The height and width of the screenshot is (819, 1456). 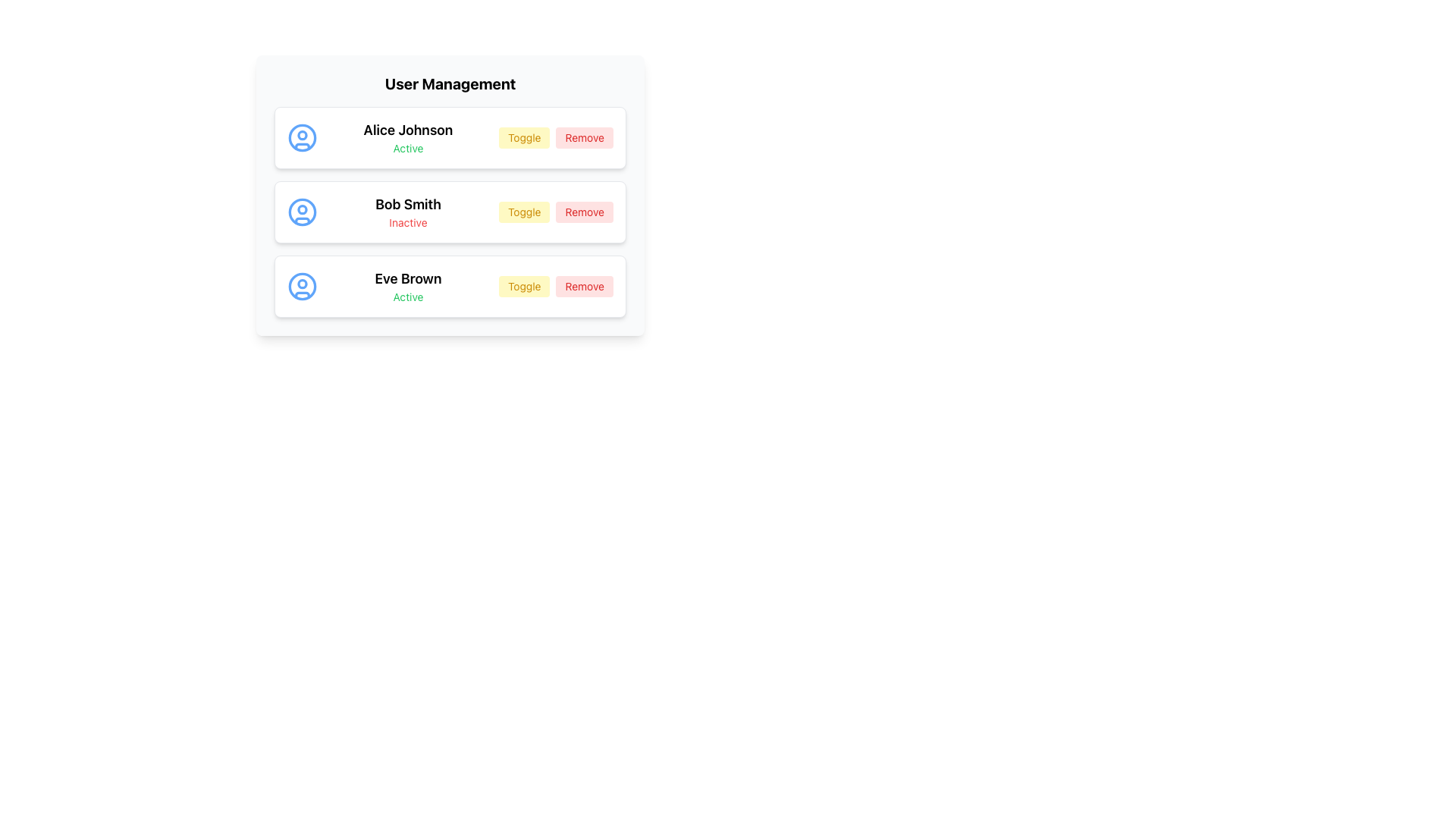 What do you see at coordinates (302, 209) in the screenshot?
I see `the small SVG Circle that represents Bob Smith's profile, located inside the second user profile icon in the user management interface` at bounding box center [302, 209].